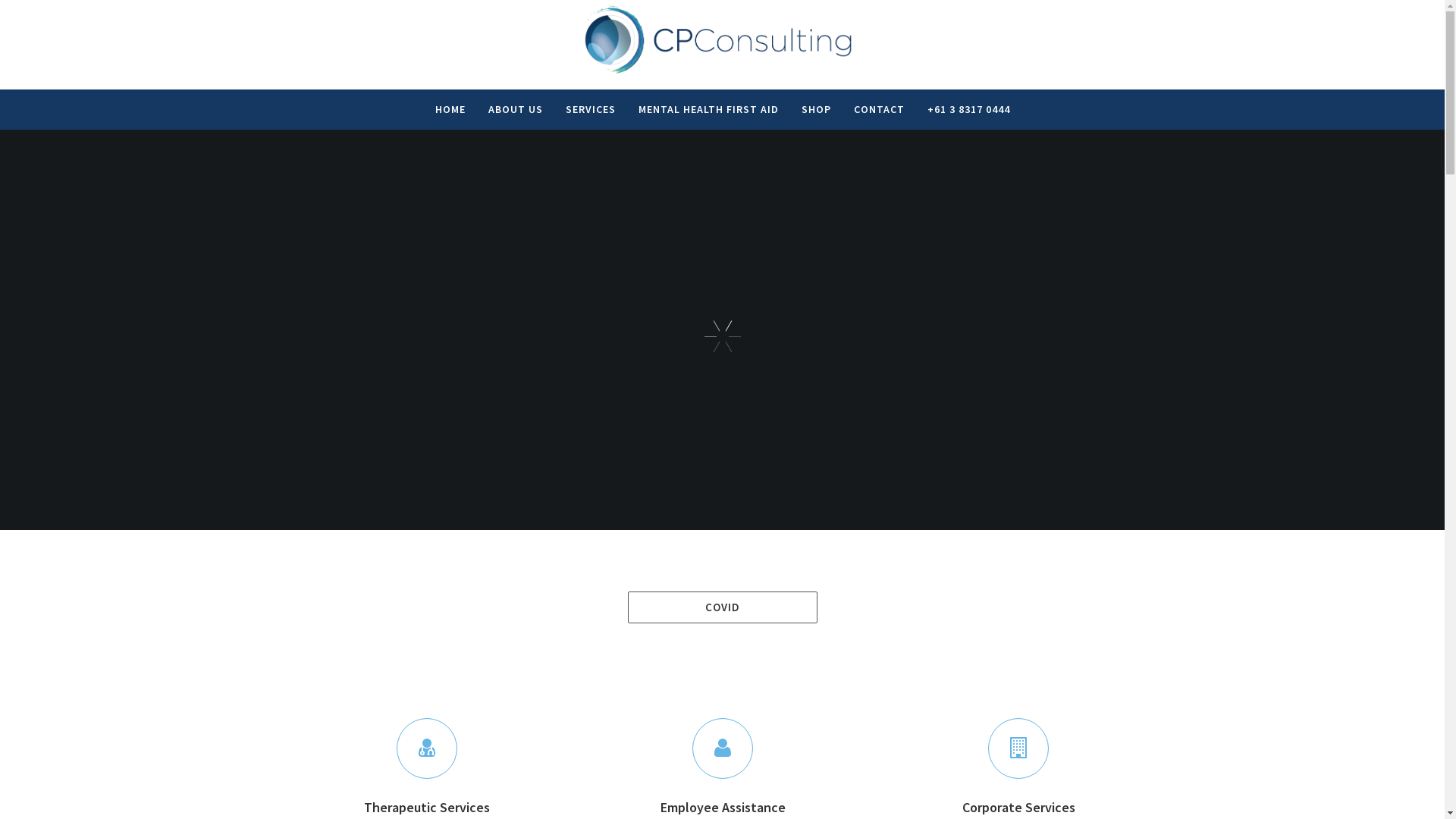 The image size is (1456, 819). What do you see at coordinates (707, 109) in the screenshot?
I see `'MENTAL HEALTH FIRST AID'` at bounding box center [707, 109].